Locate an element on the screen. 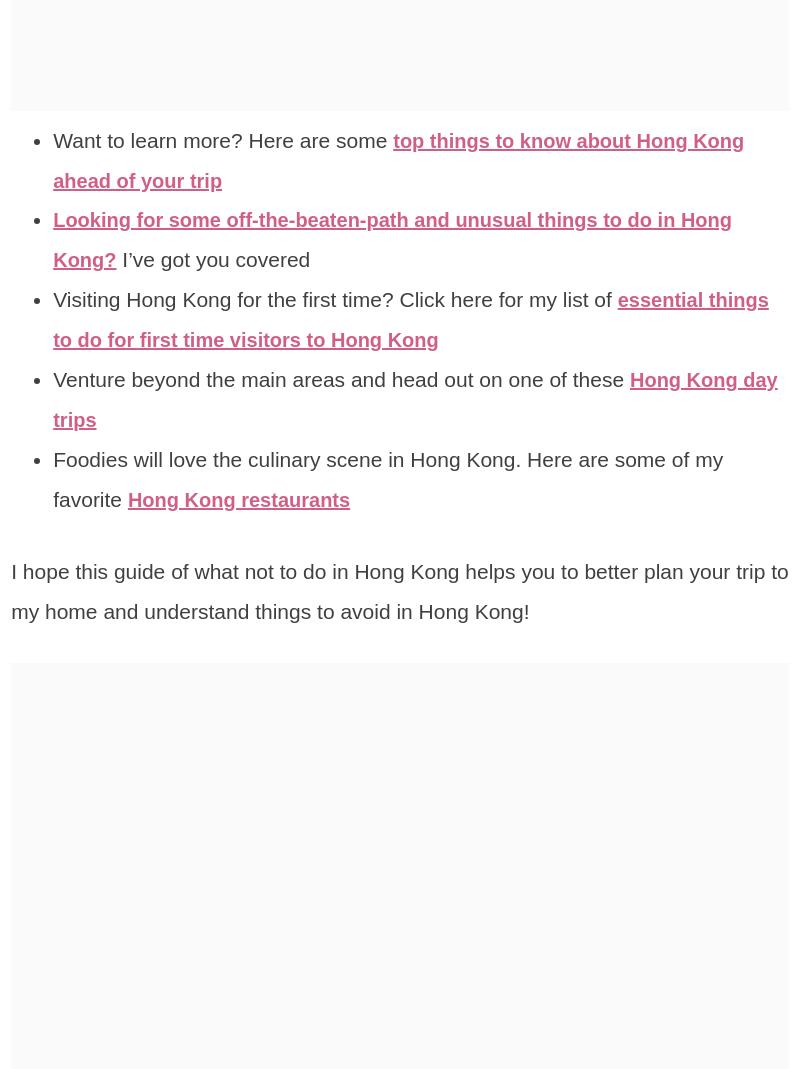 The width and height of the screenshot is (800, 1069). 'Looking for some off-the-beaten-path and unusual things to do in Hong Kong?' is located at coordinates (408, 238).